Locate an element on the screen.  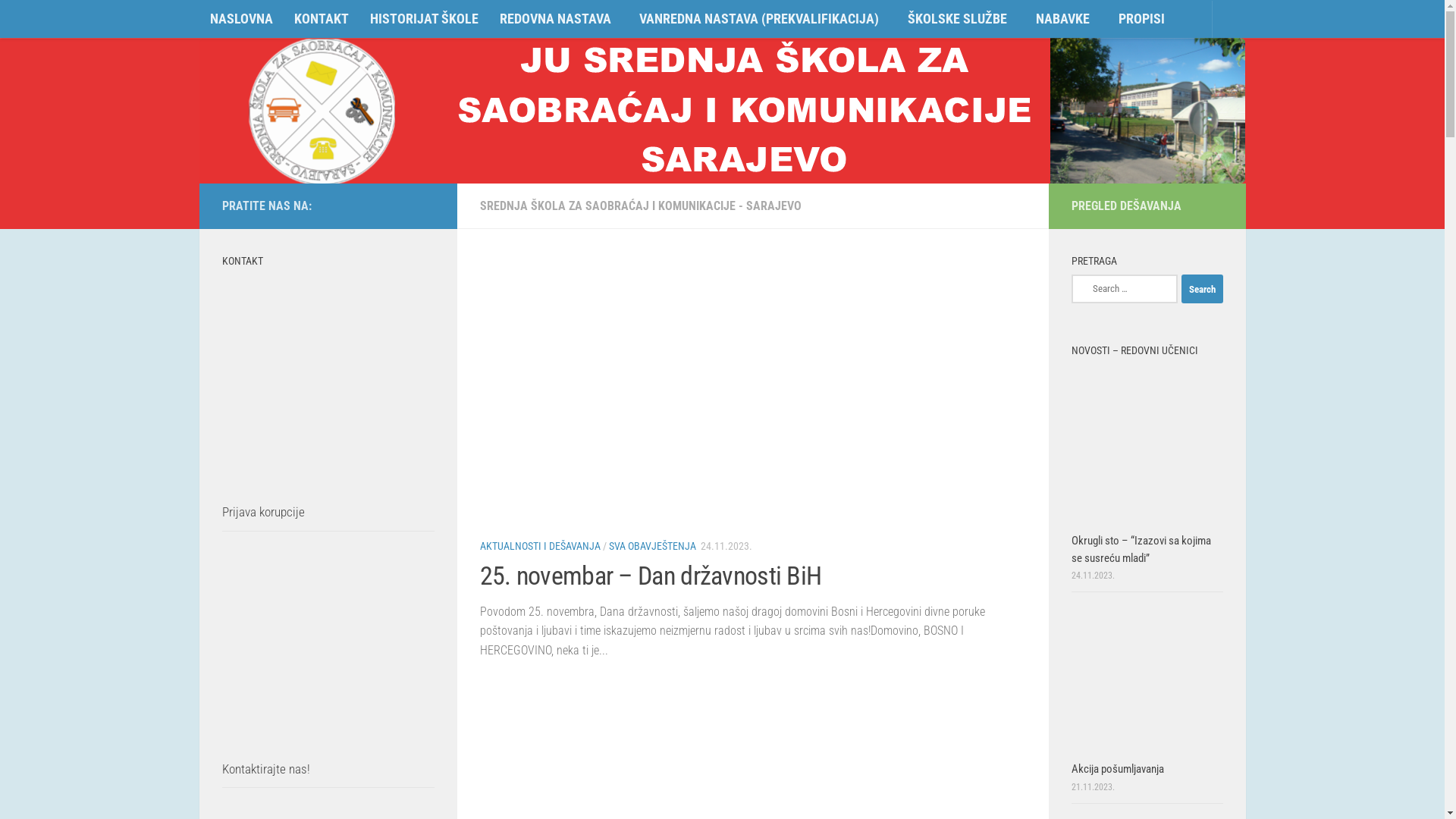
'NASLOVNA' is located at coordinates (240, 18).